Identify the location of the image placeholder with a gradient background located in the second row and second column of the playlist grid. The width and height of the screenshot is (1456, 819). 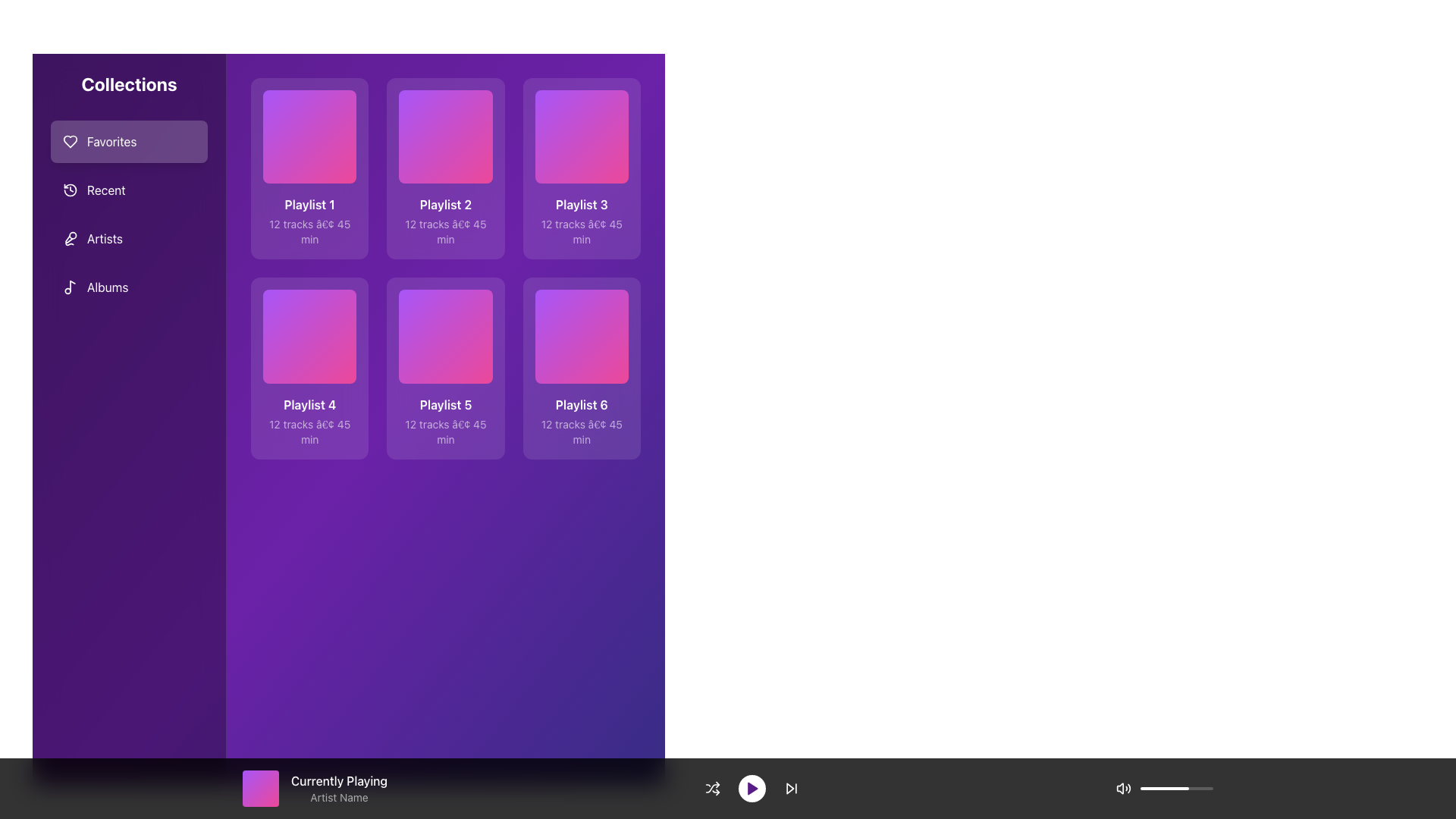
(444, 335).